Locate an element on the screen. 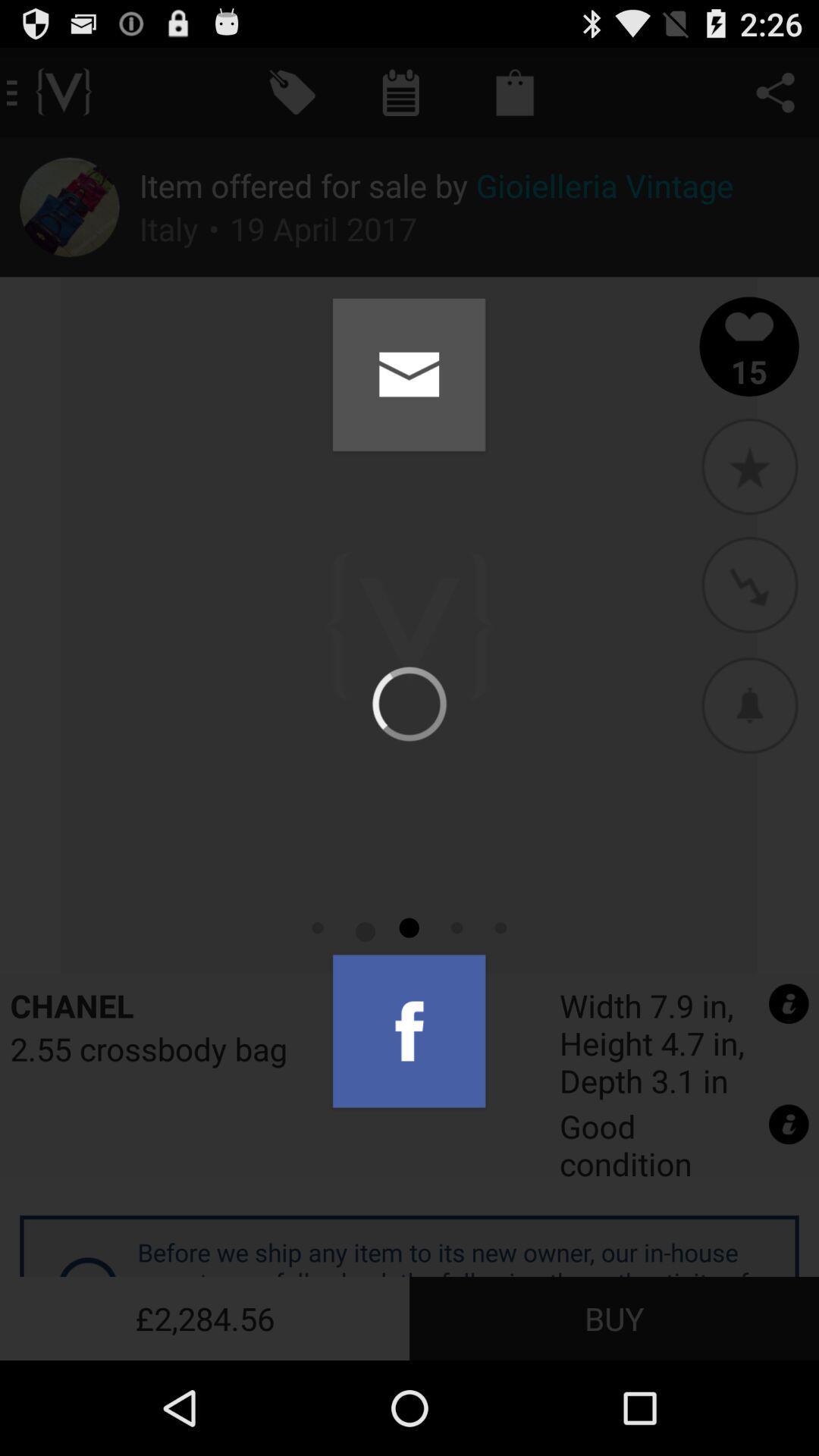 The width and height of the screenshot is (819, 1456). the avatar icon is located at coordinates (748, 754).